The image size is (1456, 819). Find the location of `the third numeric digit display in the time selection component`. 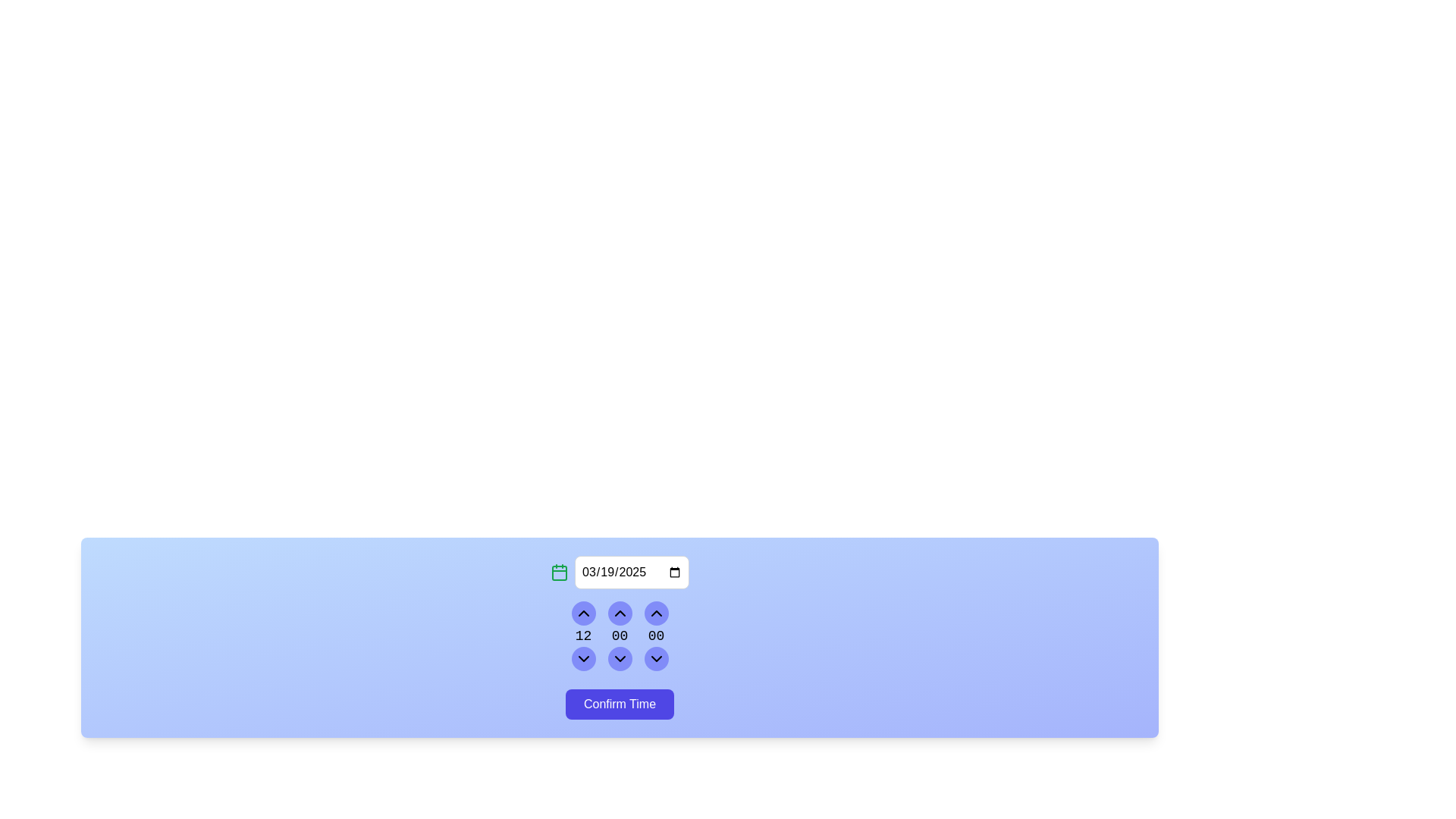

the third numeric digit display in the time selection component is located at coordinates (656, 636).